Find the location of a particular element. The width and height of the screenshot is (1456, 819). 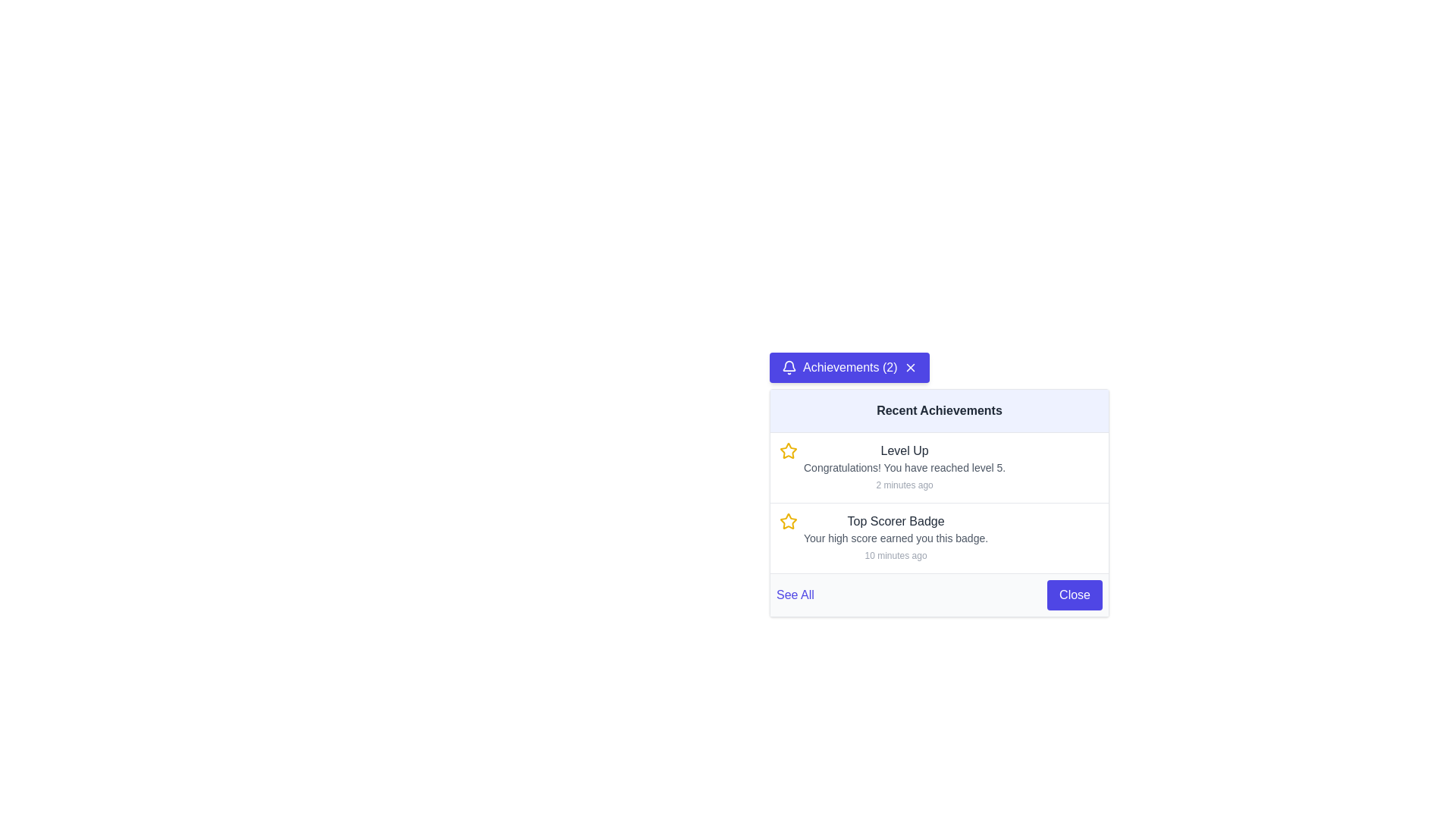

the 'Close' button, which is a rectangular button with rounded corners, indigo background, and white text, located at the bottom-right corner of the popup interface is located at coordinates (1074, 595).